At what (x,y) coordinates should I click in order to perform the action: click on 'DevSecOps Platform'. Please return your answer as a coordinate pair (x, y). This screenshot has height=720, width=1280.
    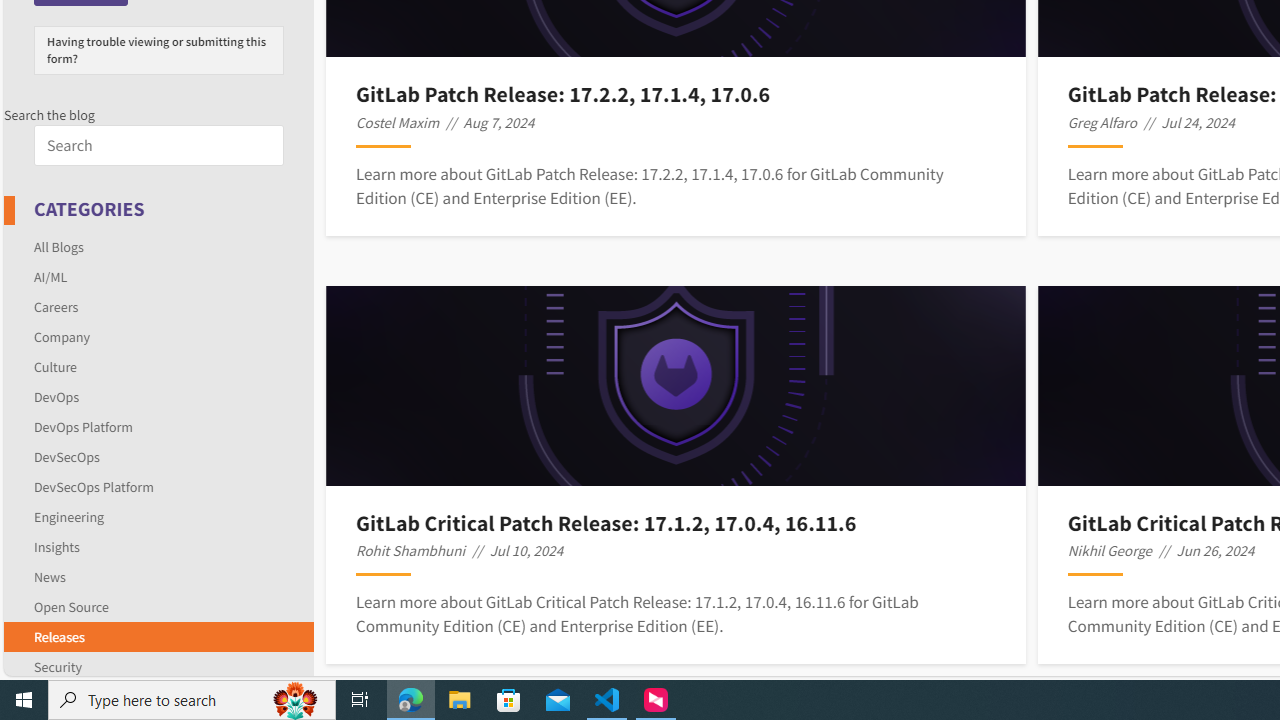
    Looking at the image, I should click on (93, 486).